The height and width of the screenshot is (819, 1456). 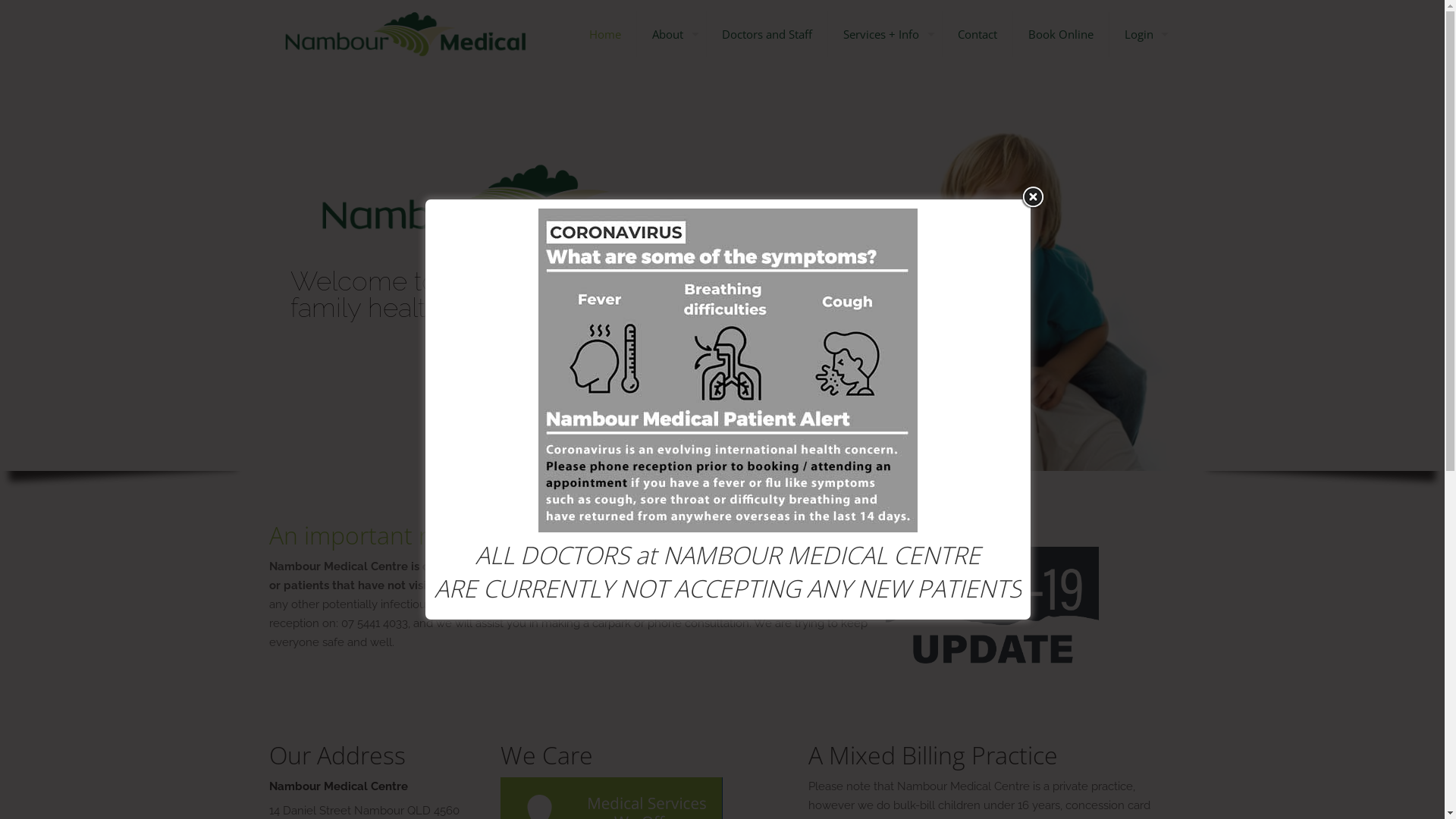 I want to click on 'OKMEDIA', so click(x=890, y=778).